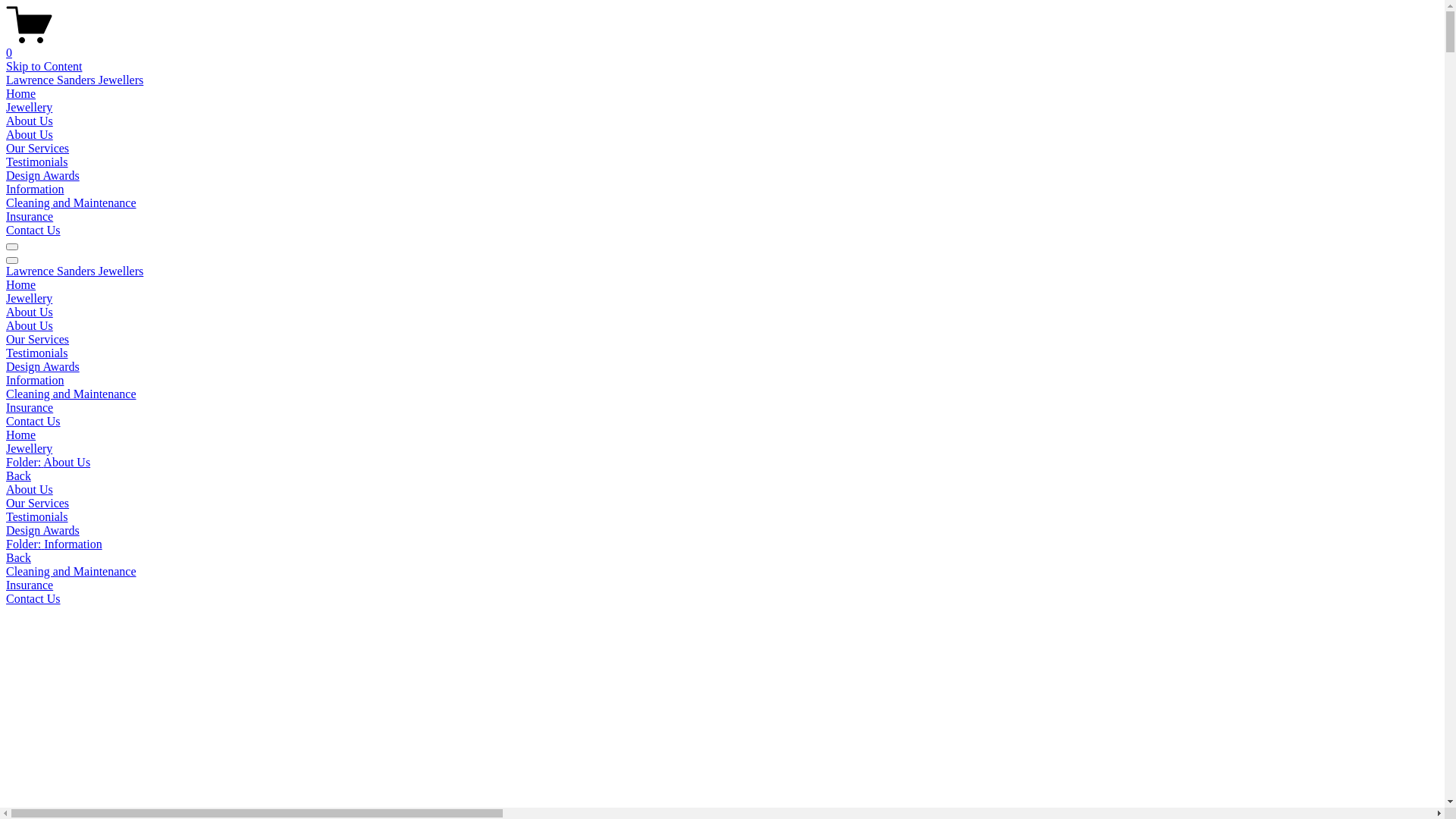 Image resolution: width=1456 pixels, height=819 pixels. What do you see at coordinates (721, 447) in the screenshot?
I see `'Jewellery'` at bounding box center [721, 447].